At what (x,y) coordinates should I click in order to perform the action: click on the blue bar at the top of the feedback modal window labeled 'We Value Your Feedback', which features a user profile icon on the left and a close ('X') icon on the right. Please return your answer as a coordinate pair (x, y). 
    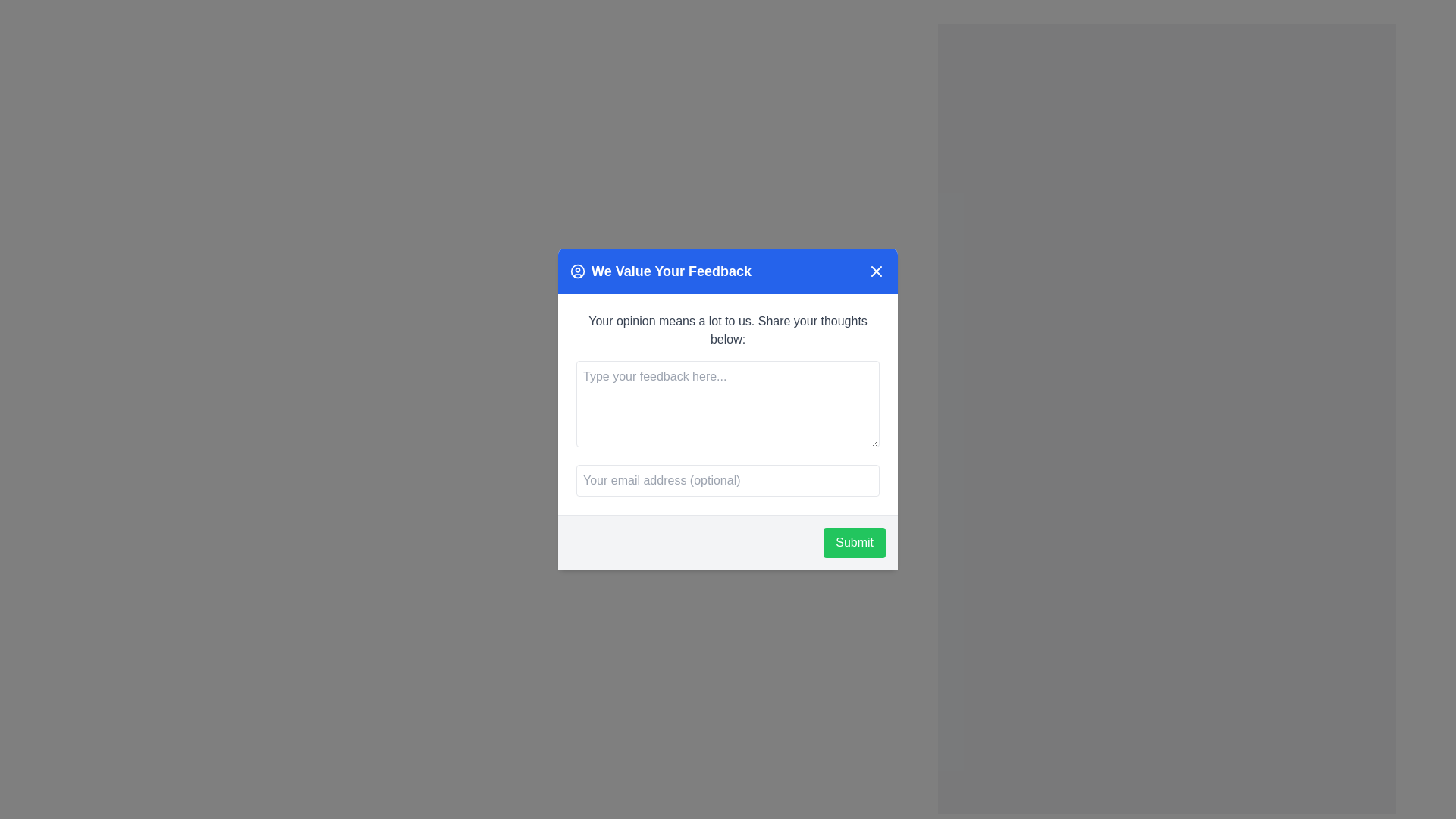
    Looking at the image, I should click on (728, 271).